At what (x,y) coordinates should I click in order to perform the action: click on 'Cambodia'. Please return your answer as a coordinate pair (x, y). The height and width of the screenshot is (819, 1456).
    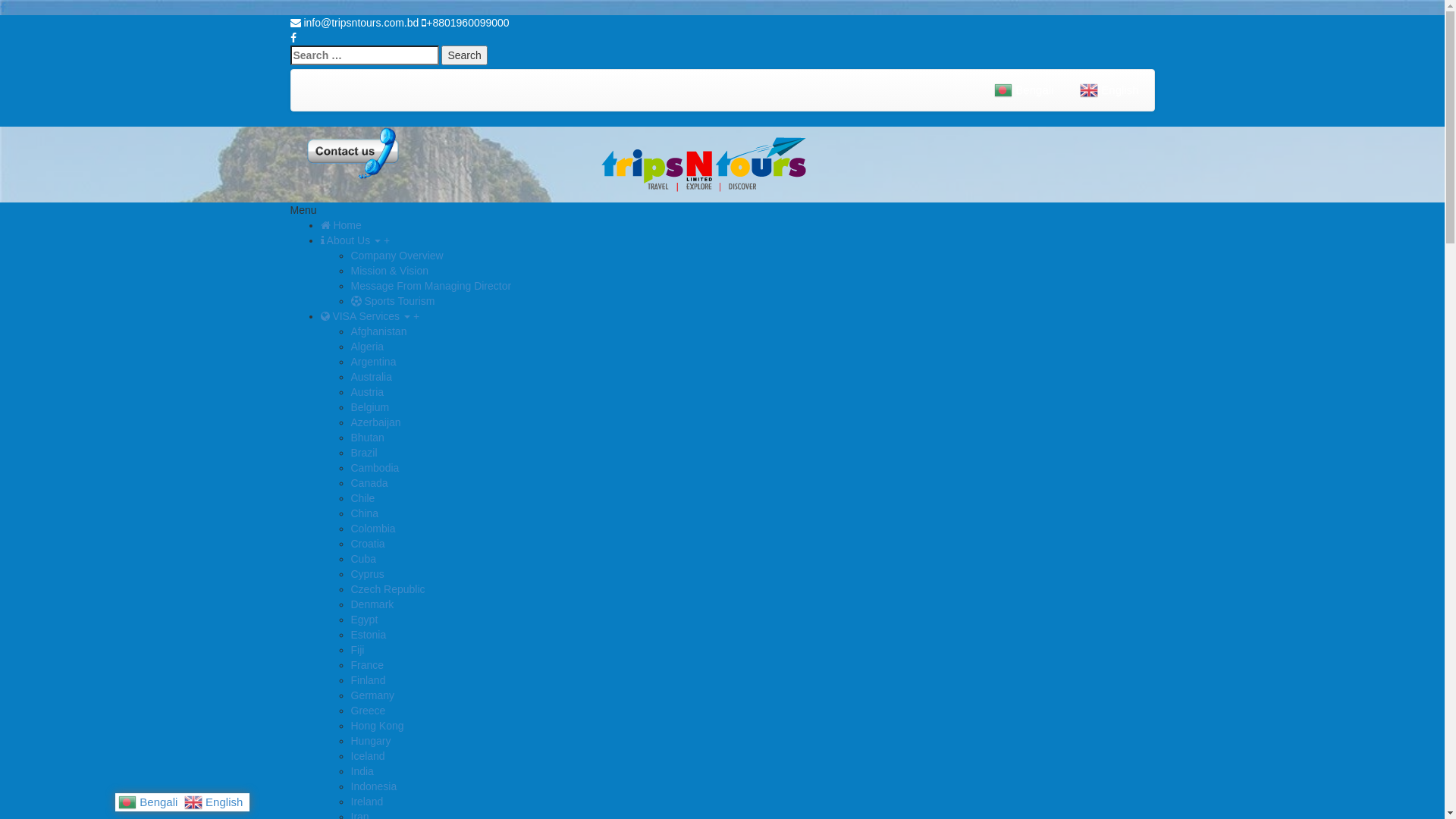
    Looking at the image, I should click on (375, 467).